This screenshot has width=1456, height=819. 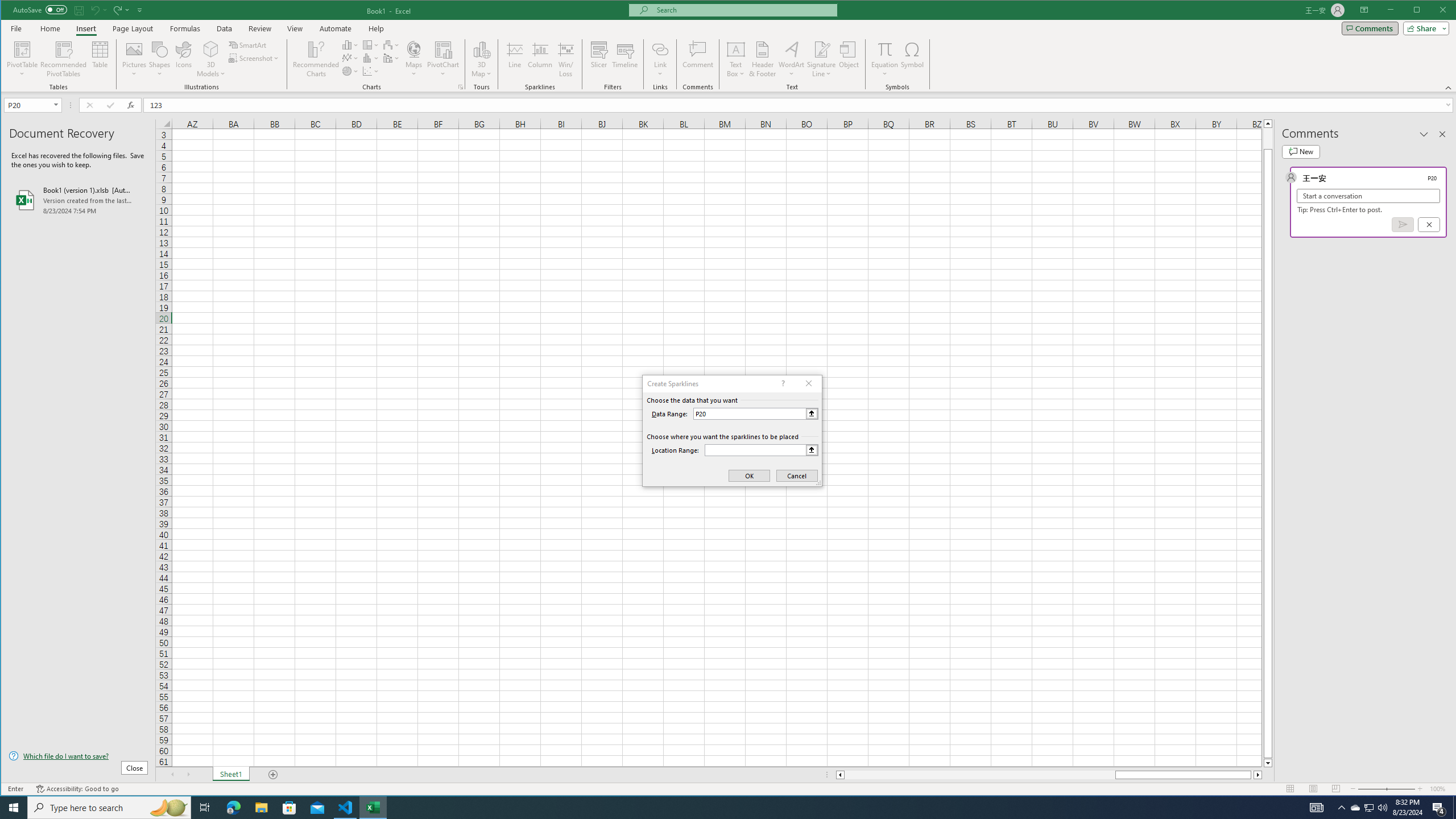 What do you see at coordinates (821, 59) in the screenshot?
I see `'Signature Line'` at bounding box center [821, 59].